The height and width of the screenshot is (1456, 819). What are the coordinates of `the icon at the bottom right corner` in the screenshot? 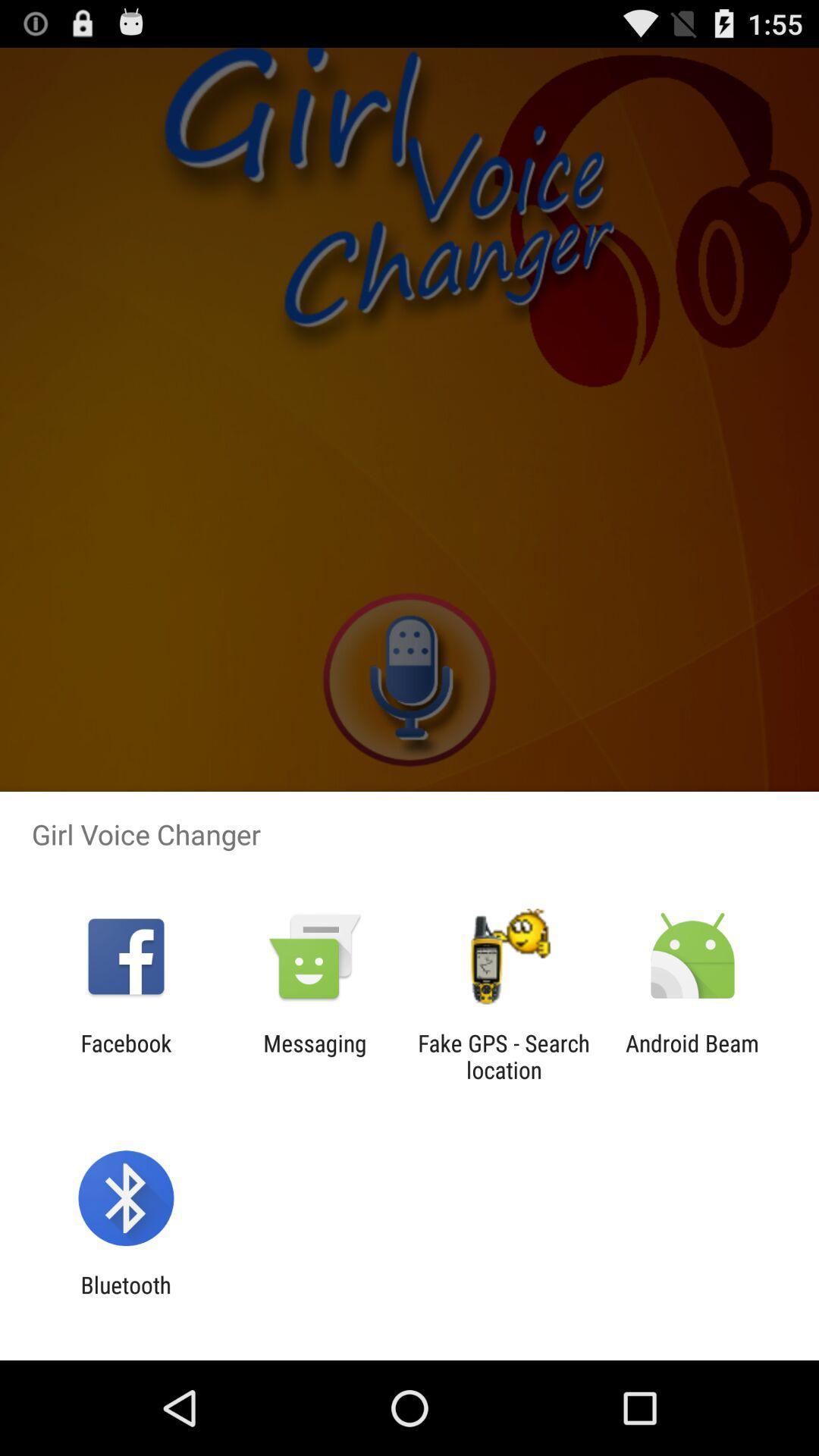 It's located at (692, 1056).